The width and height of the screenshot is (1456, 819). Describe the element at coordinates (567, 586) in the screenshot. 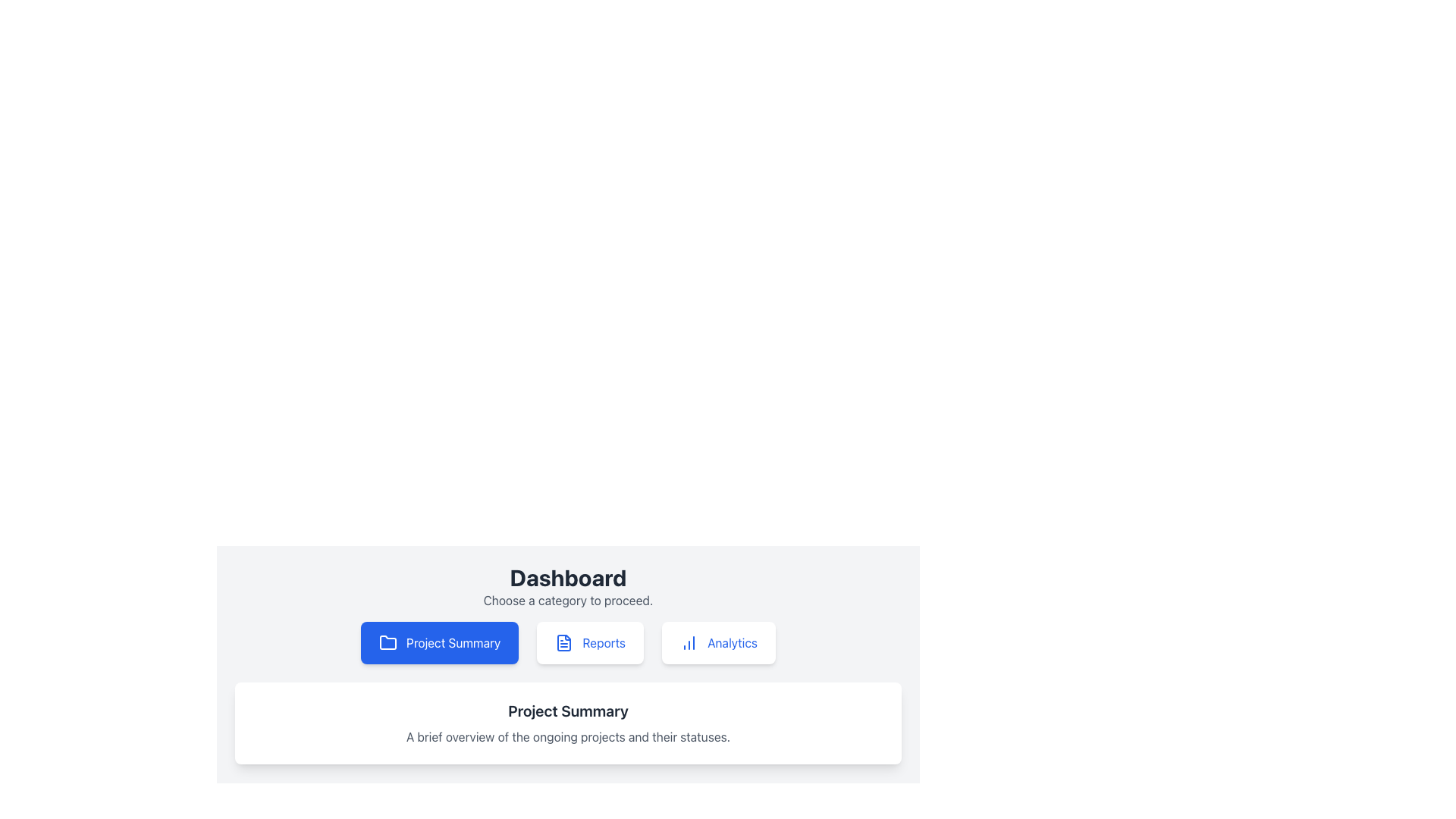

I see `the informational header titled 'Dashboard' which provides instructions to 'Choose a category to proceed.'` at that location.